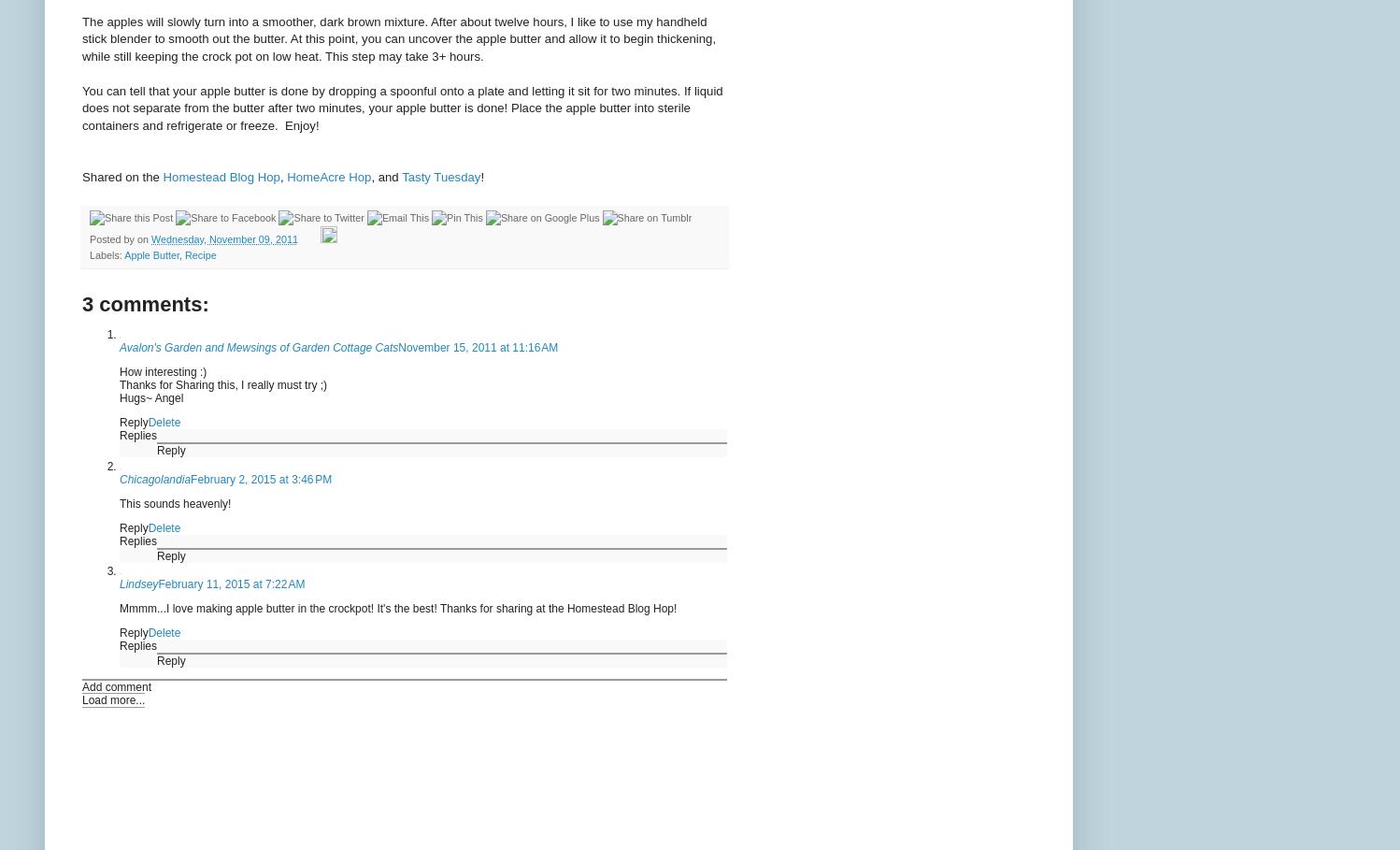  What do you see at coordinates (89, 254) in the screenshot?
I see `'Labels:'` at bounding box center [89, 254].